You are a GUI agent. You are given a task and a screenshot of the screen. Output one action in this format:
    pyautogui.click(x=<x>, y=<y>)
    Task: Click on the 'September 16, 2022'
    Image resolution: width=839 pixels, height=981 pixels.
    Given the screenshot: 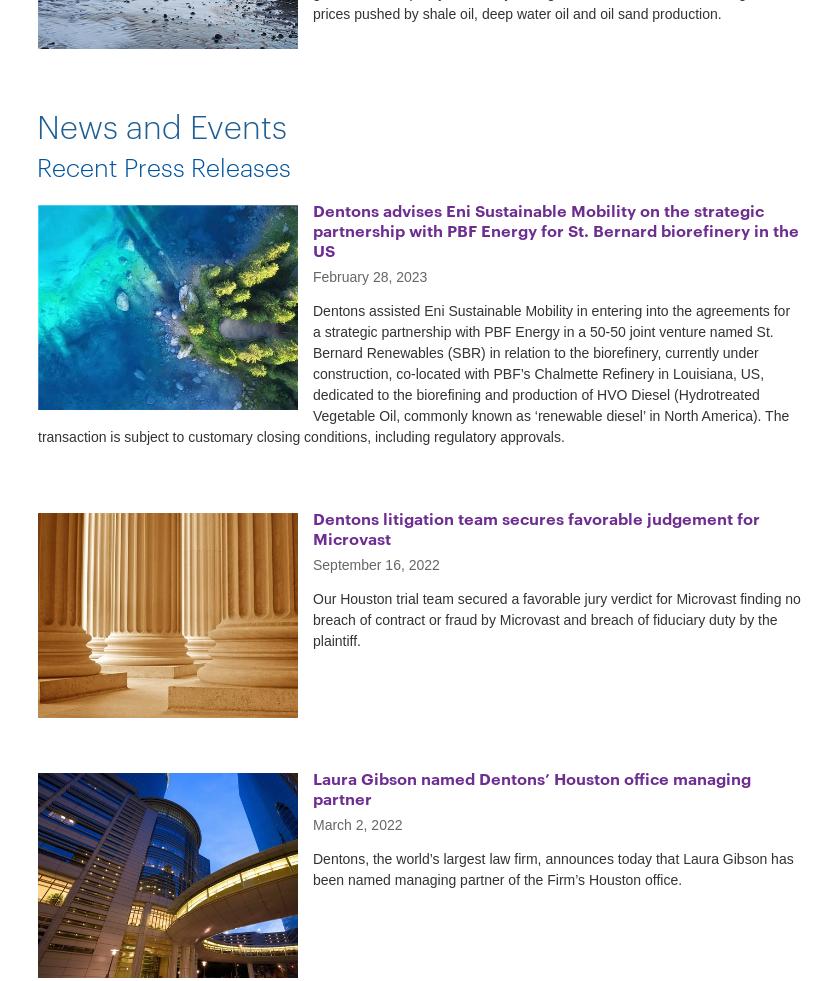 What is the action you would take?
    pyautogui.click(x=376, y=563)
    